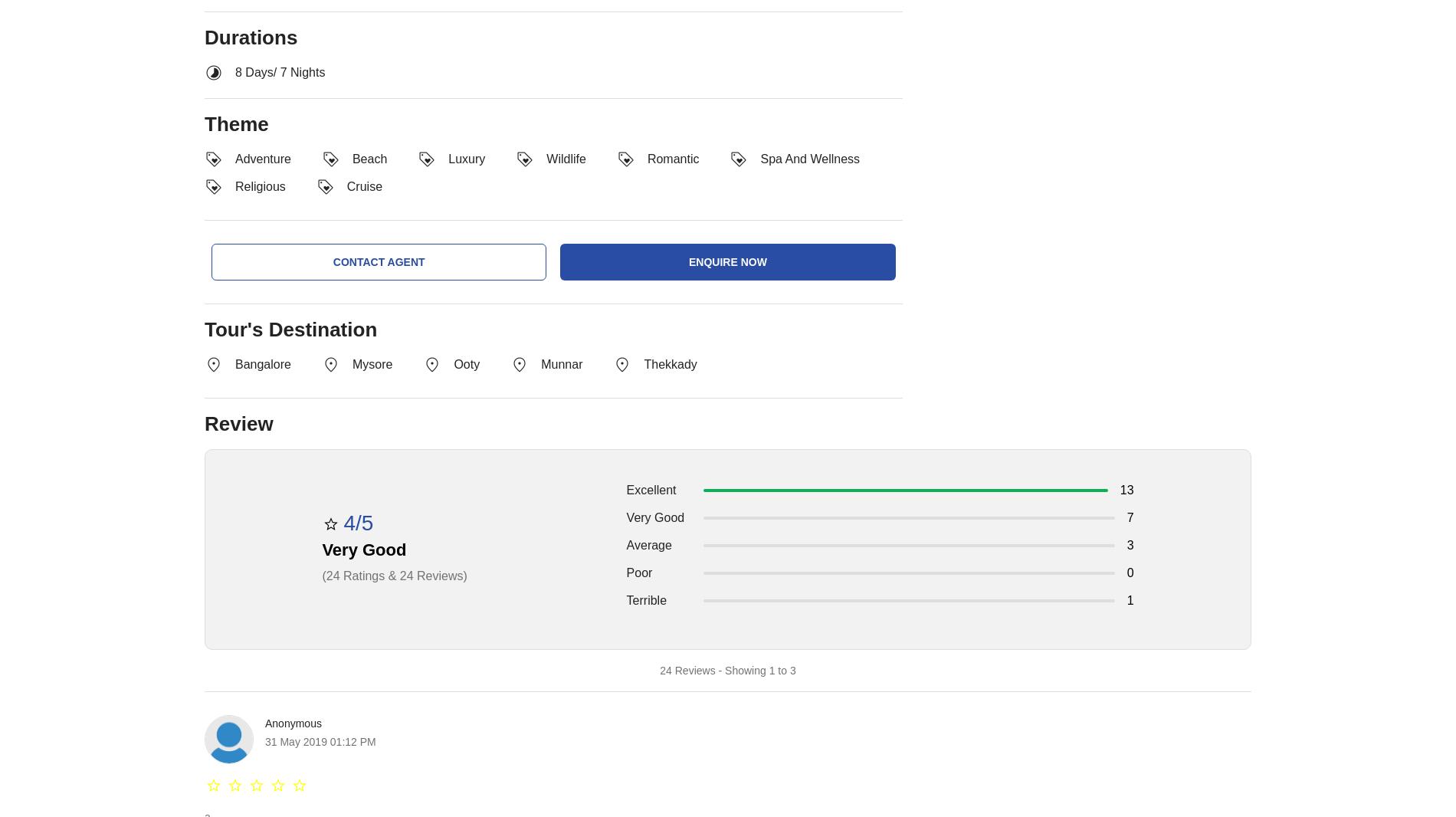  Describe the element at coordinates (292, 723) in the screenshot. I see `'Anonymous'` at that location.